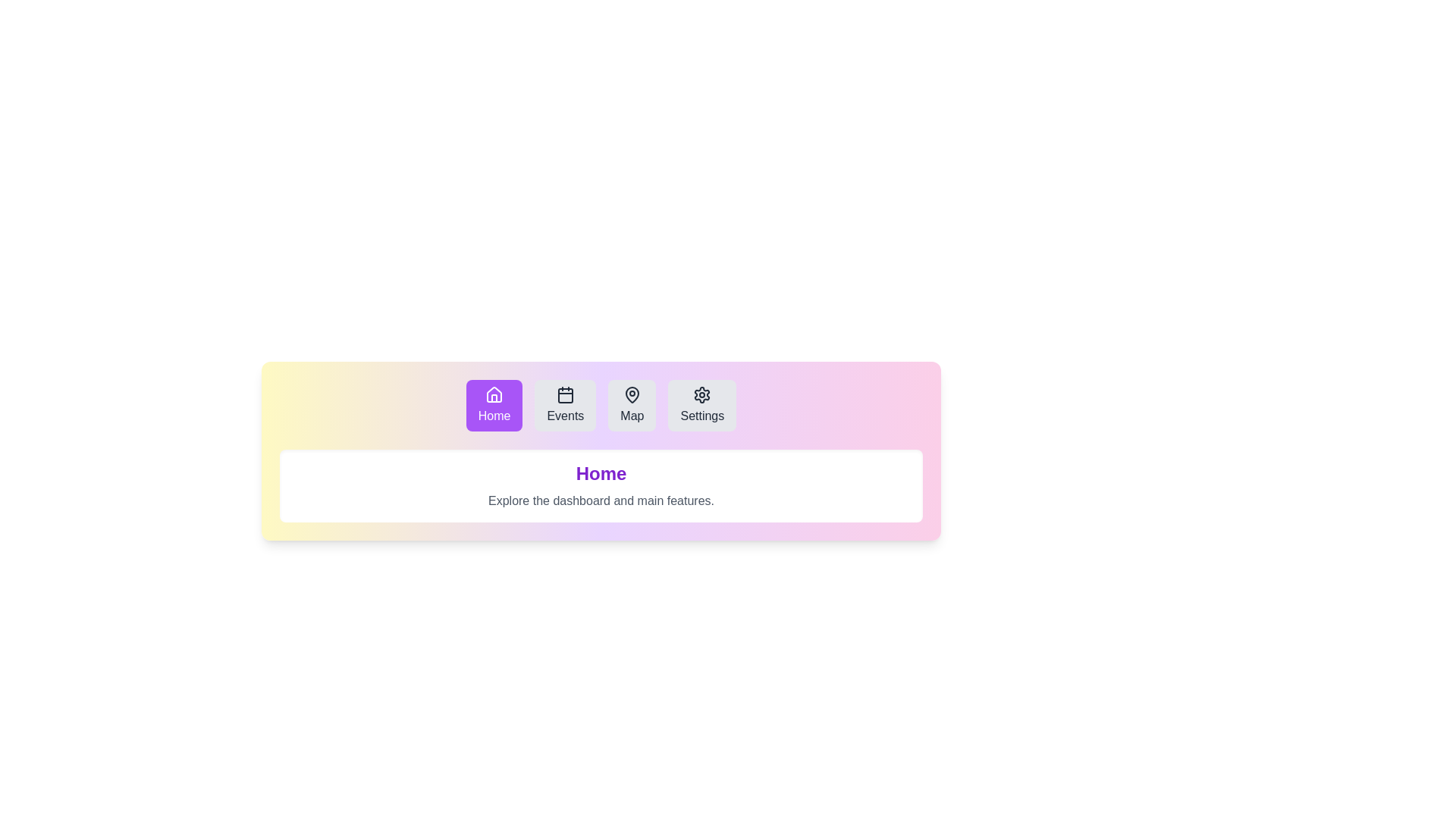  Describe the element at coordinates (632, 405) in the screenshot. I see `the Map tab to observe its hover effect` at that location.